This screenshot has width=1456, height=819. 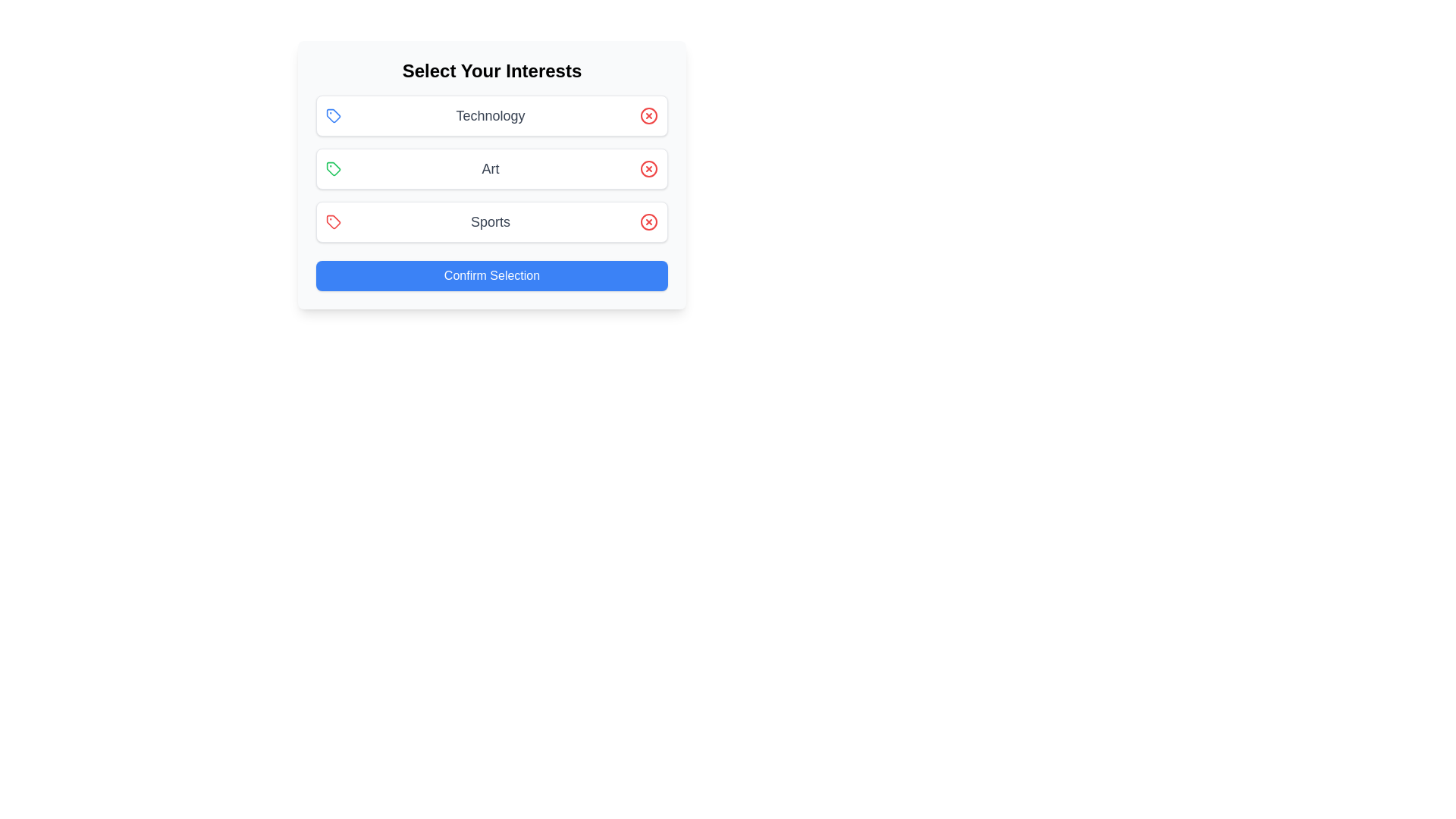 What do you see at coordinates (333, 115) in the screenshot?
I see `the icon corresponding to the interest Technology` at bounding box center [333, 115].